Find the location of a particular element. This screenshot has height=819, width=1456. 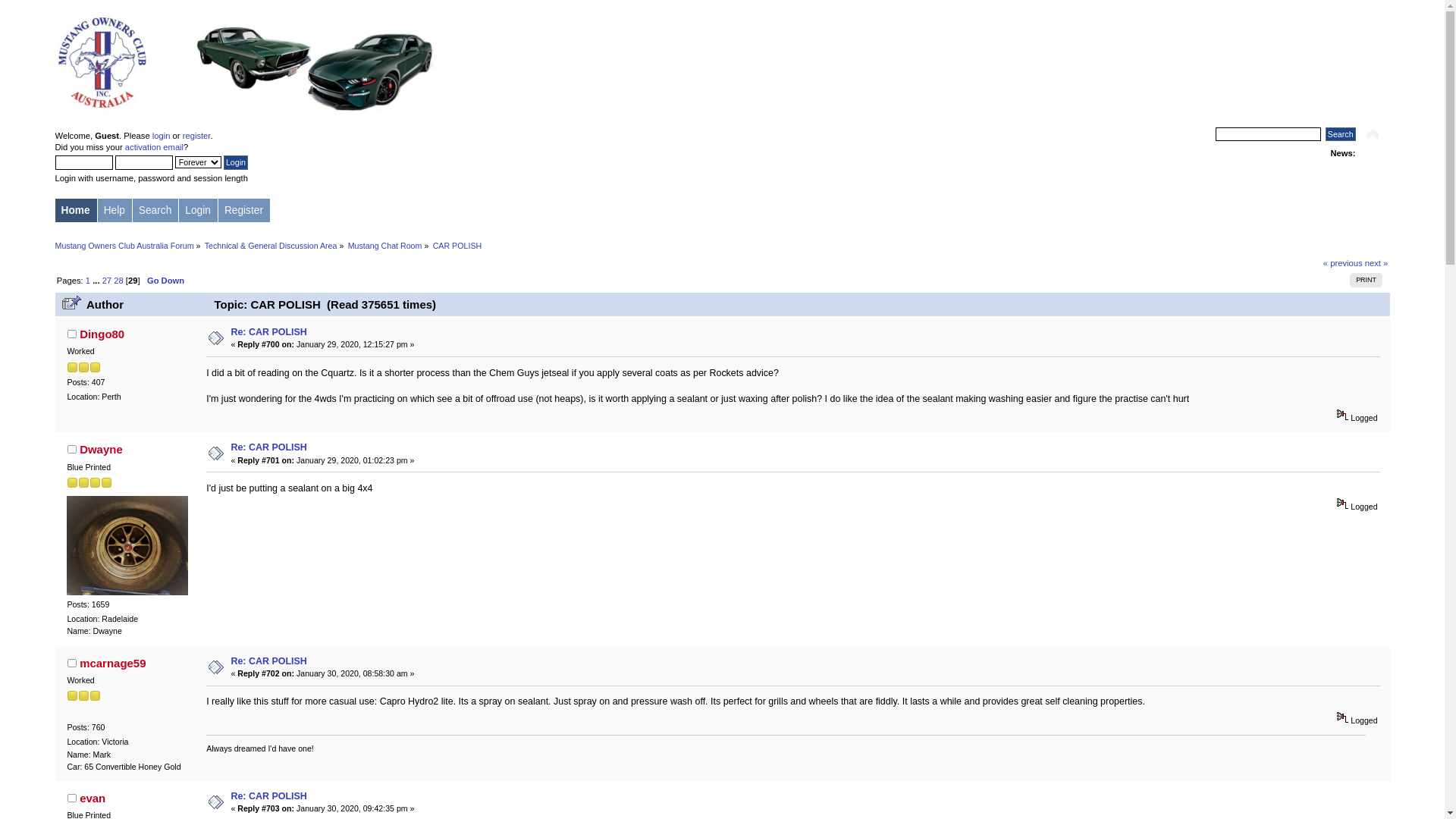

'Home' is located at coordinates (75, 210).